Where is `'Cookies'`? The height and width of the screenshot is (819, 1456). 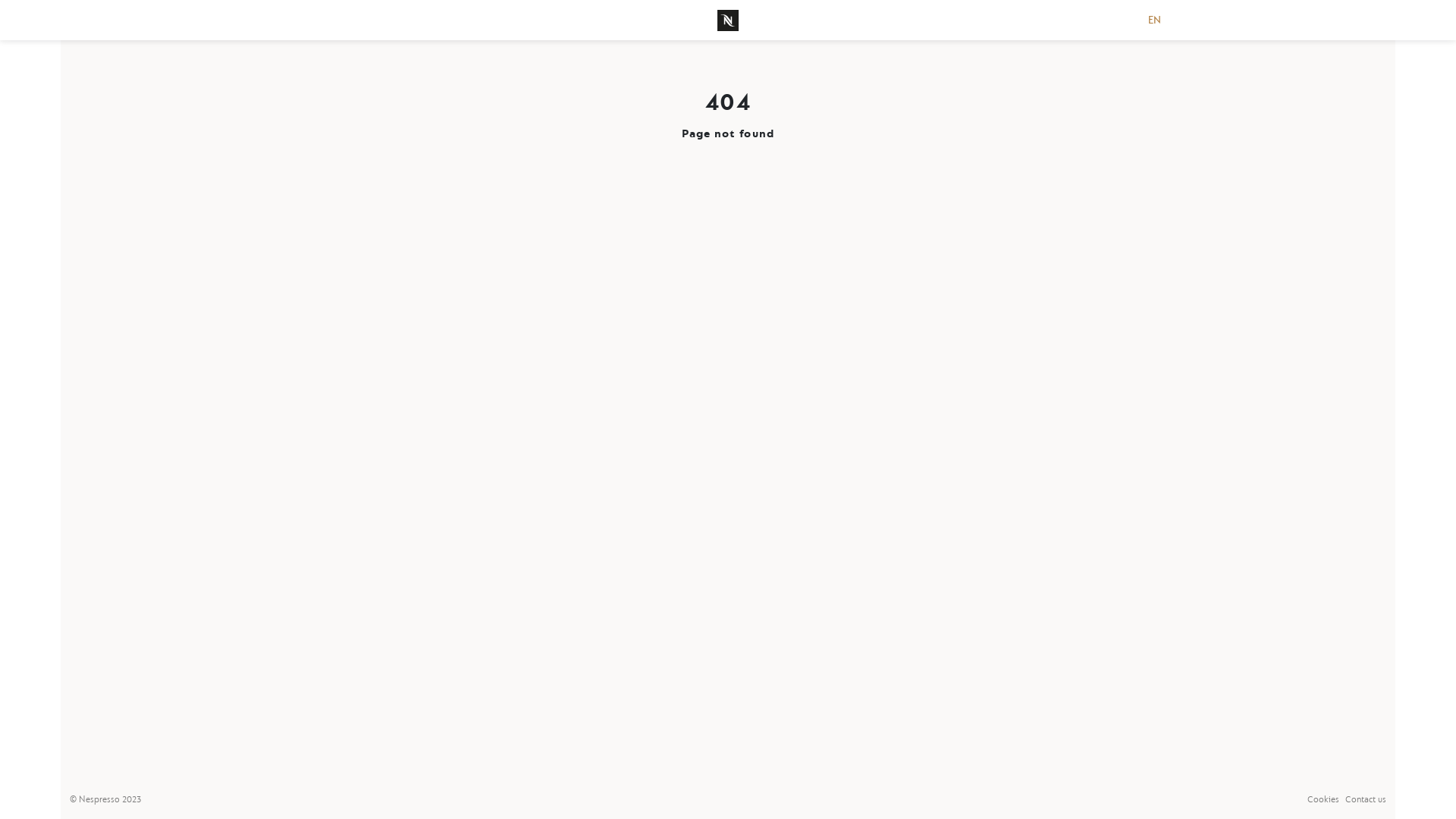 'Cookies' is located at coordinates (1323, 799).